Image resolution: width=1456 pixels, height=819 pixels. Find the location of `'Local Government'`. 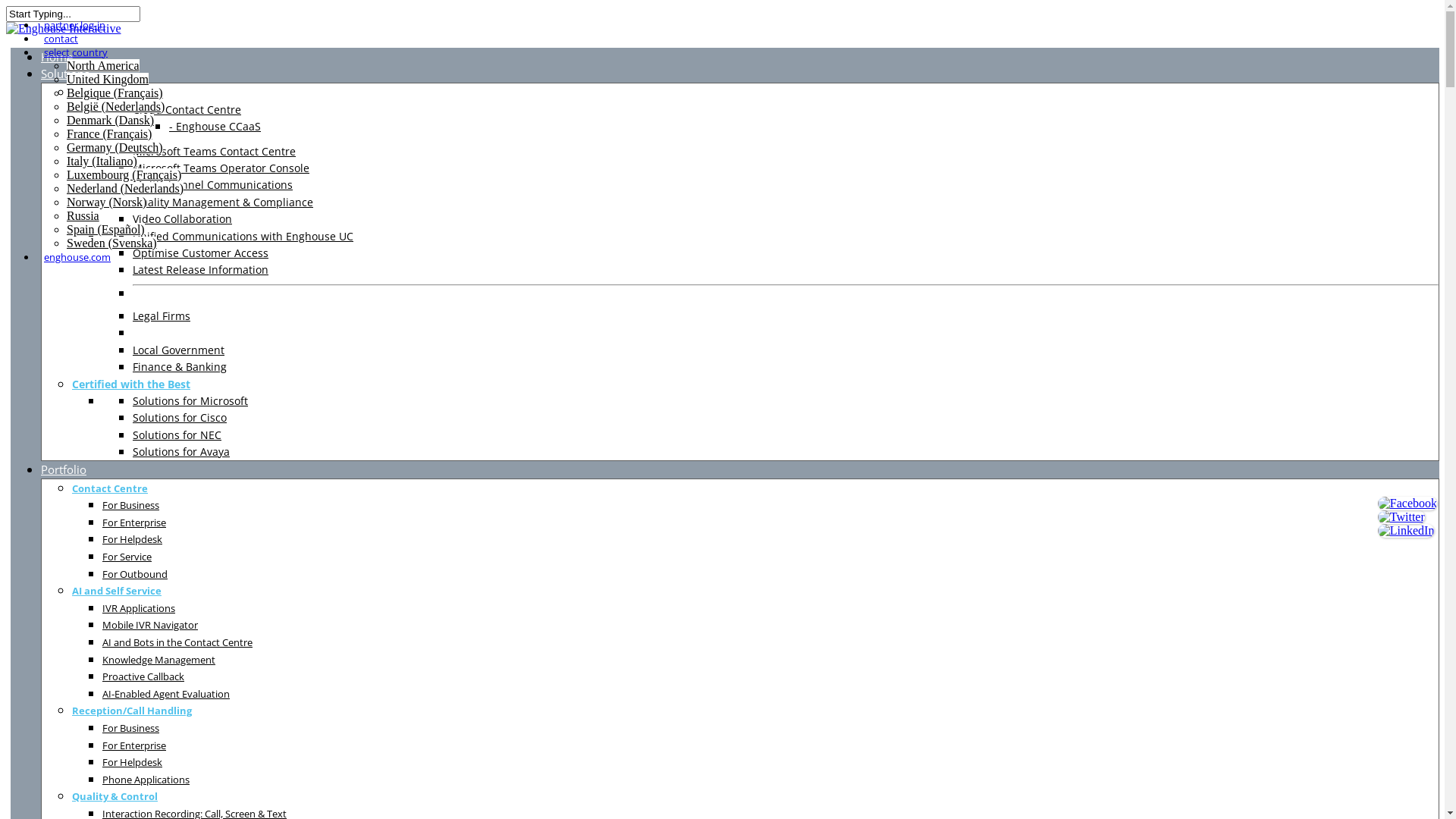

'Local Government' is located at coordinates (178, 350).